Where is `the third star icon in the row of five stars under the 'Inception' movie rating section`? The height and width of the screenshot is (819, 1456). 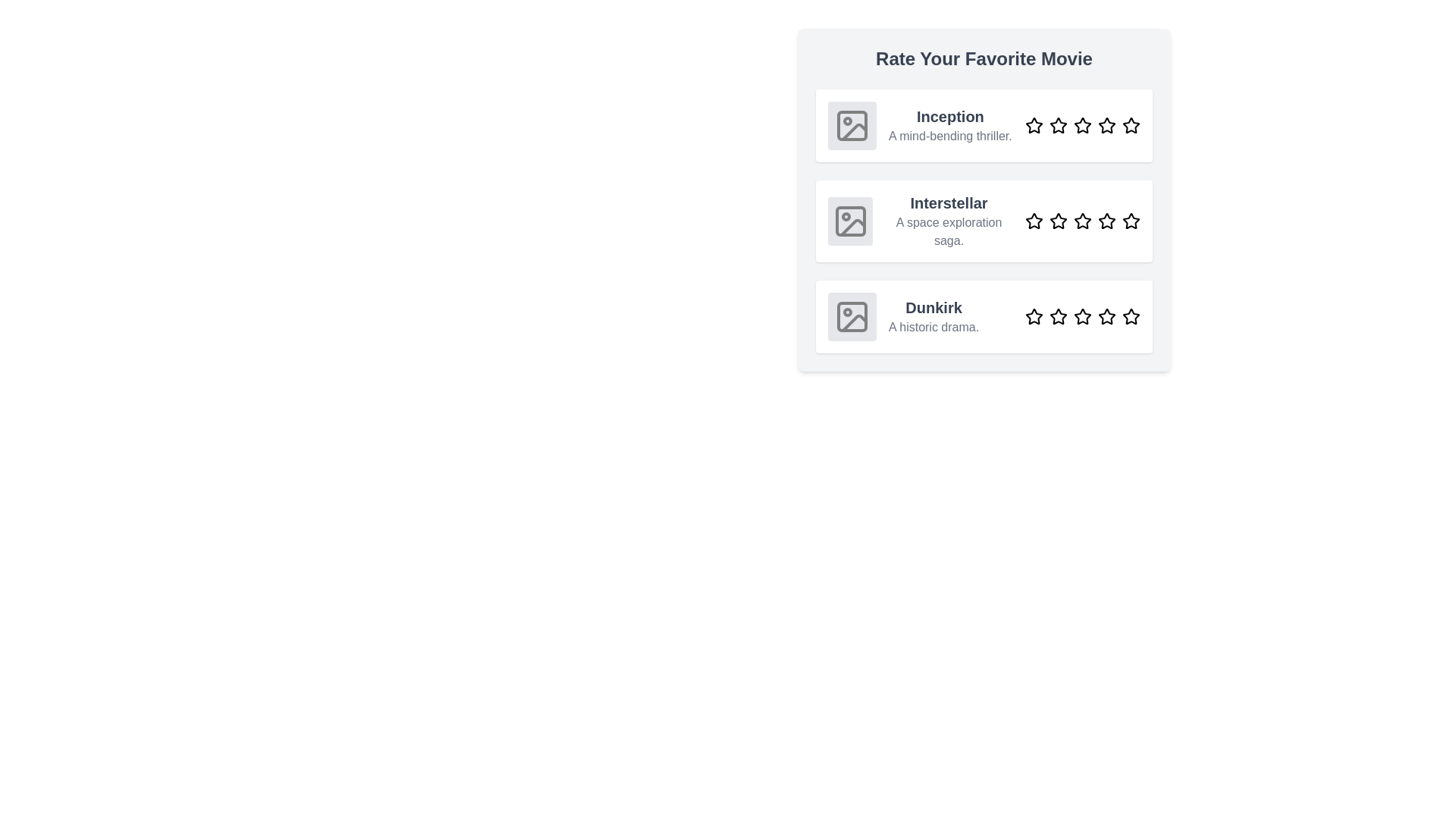 the third star icon in the row of five stars under the 'Inception' movie rating section is located at coordinates (1082, 124).